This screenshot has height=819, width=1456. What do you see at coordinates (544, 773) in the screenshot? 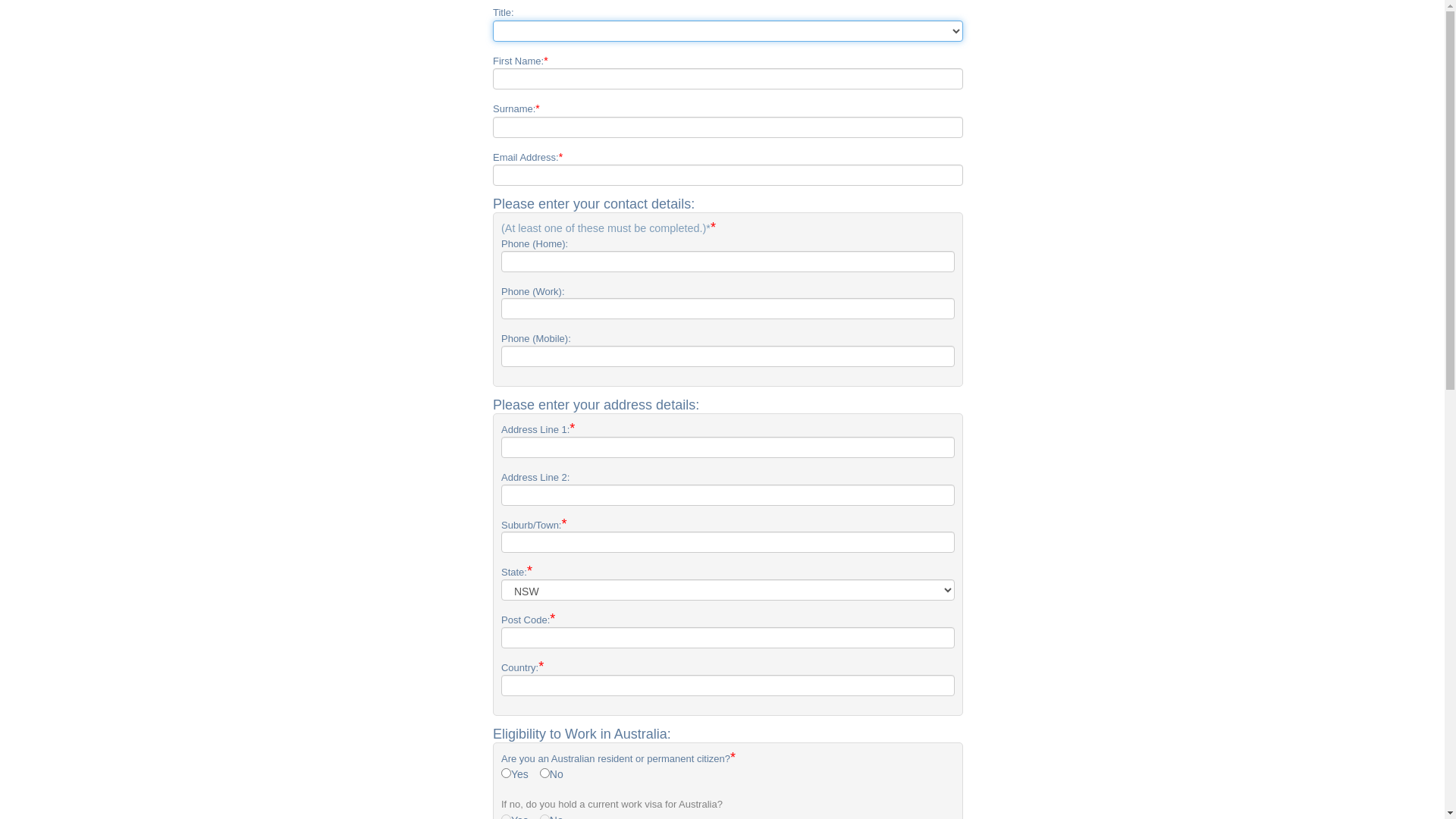
I see `'0'` at bounding box center [544, 773].